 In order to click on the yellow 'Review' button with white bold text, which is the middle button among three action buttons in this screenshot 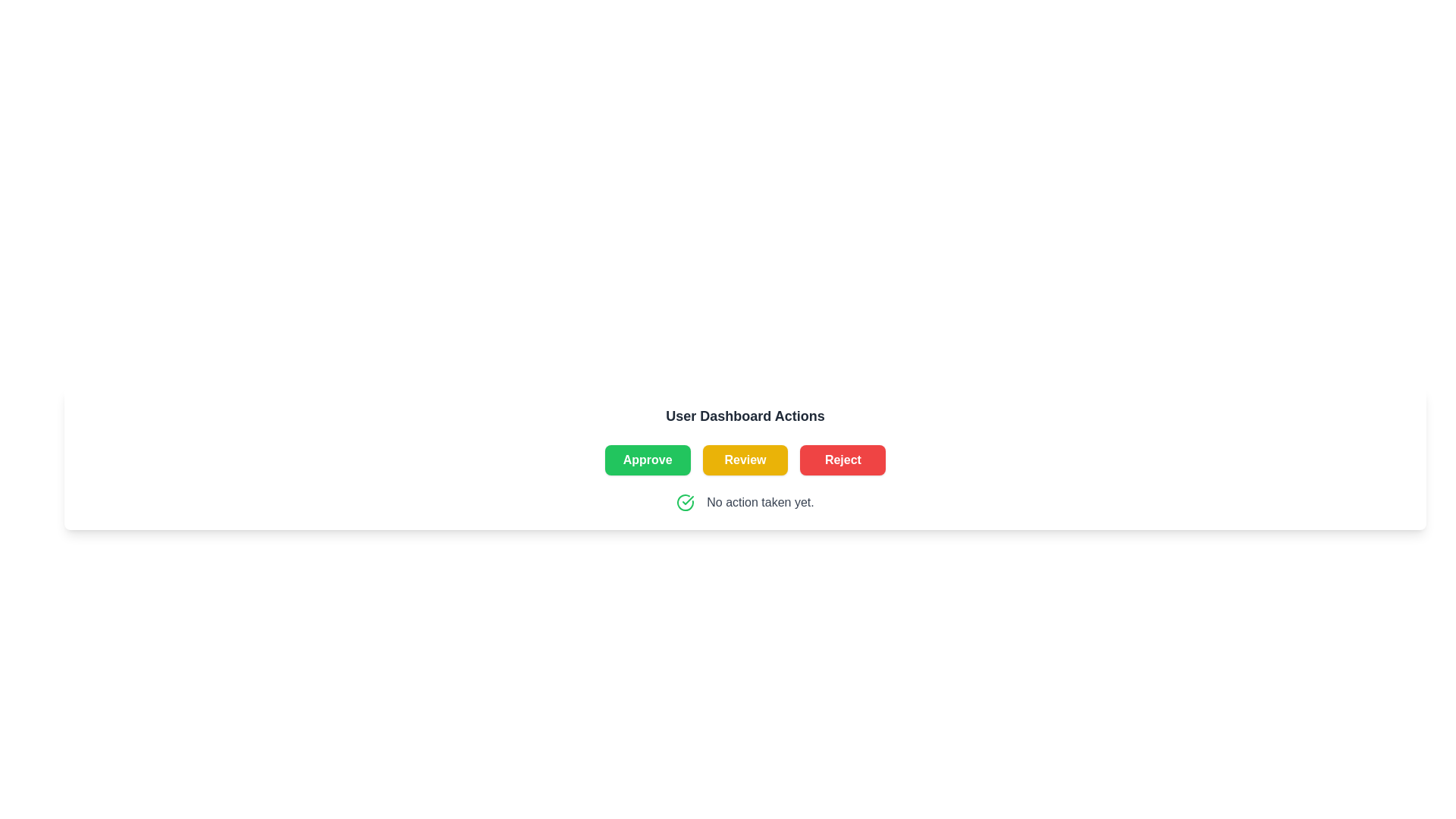, I will do `click(745, 459)`.